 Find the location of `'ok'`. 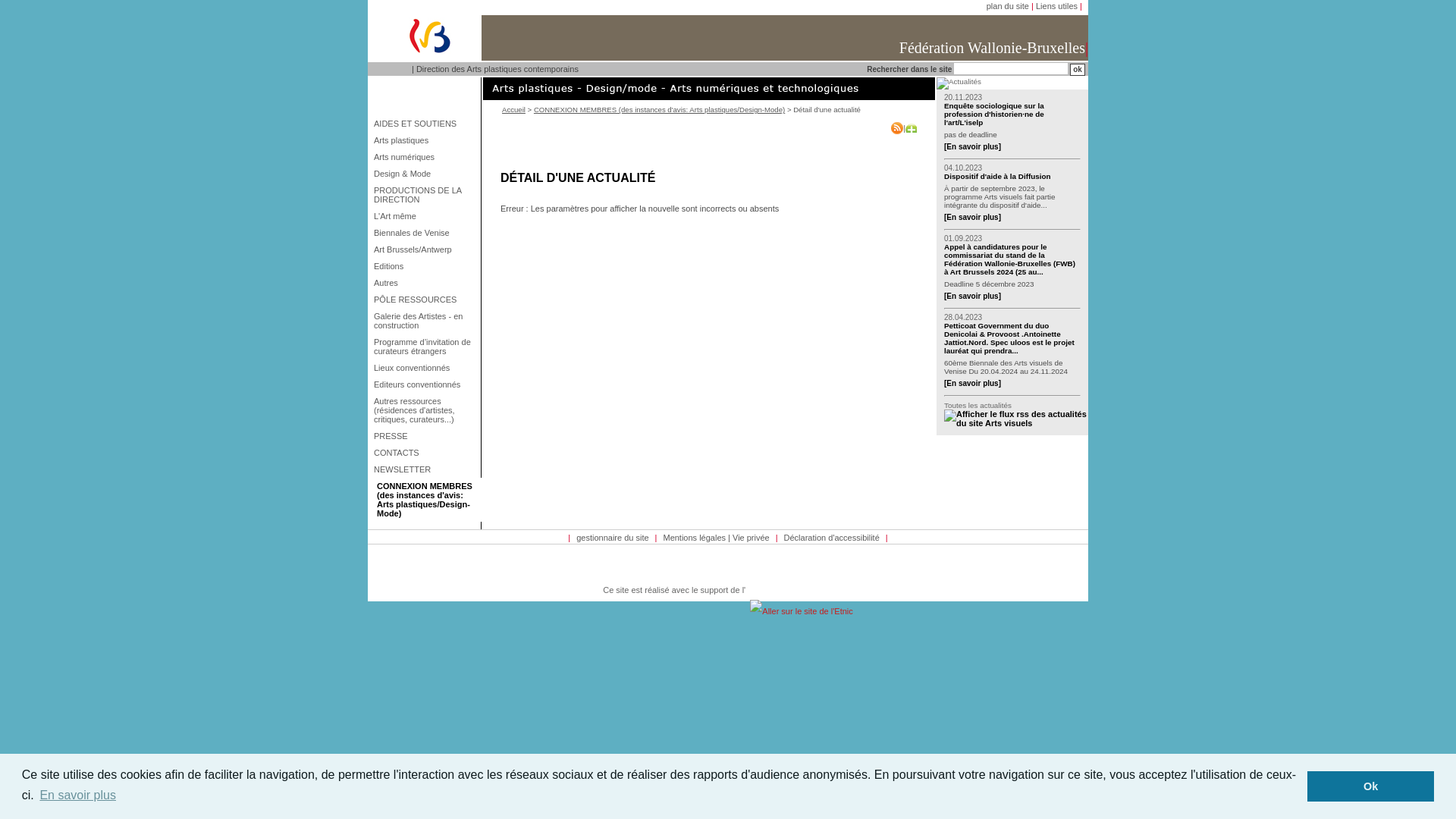

'ok' is located at coordinates (1076, 70).